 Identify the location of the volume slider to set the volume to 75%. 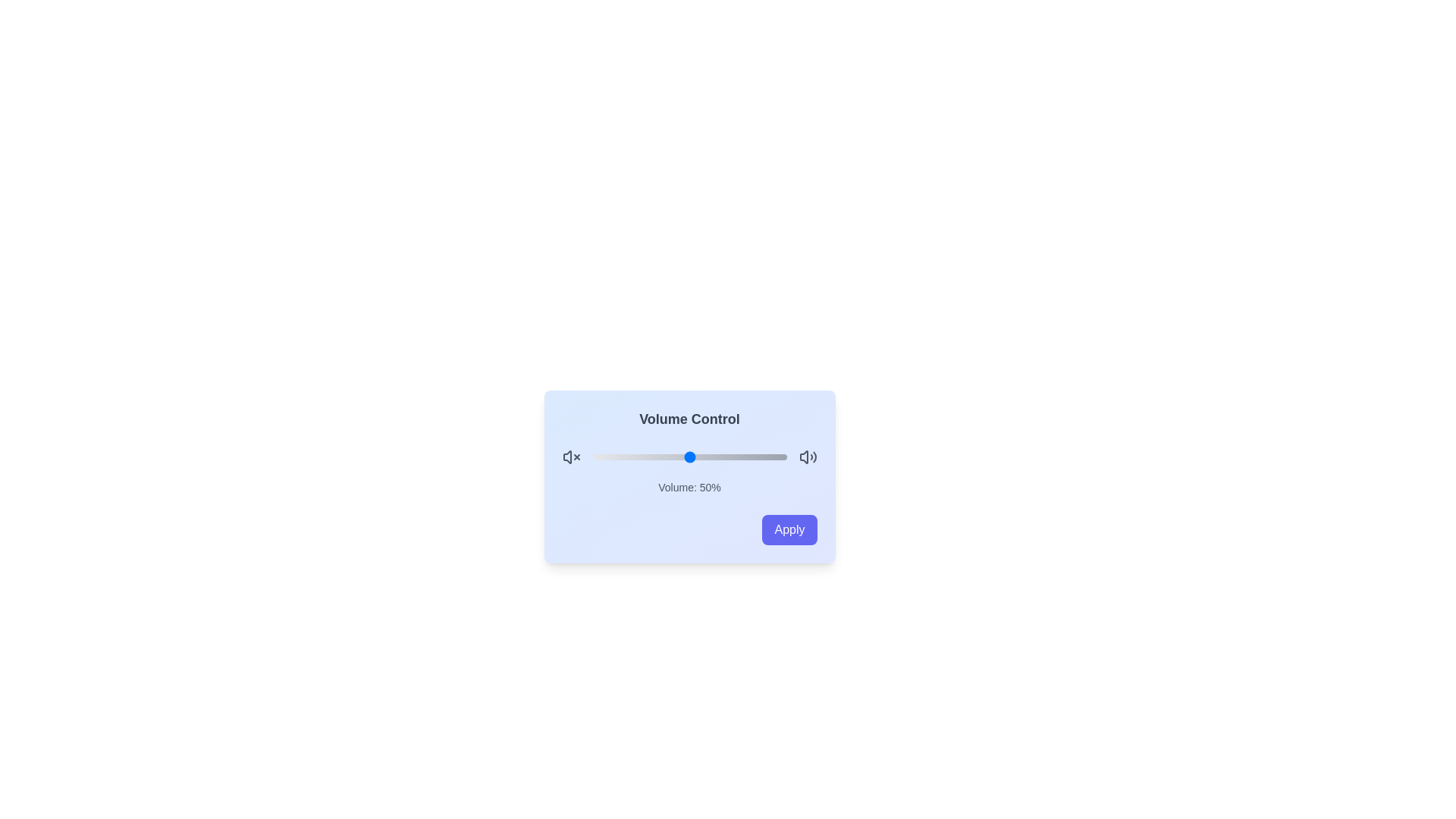
(738, 456).